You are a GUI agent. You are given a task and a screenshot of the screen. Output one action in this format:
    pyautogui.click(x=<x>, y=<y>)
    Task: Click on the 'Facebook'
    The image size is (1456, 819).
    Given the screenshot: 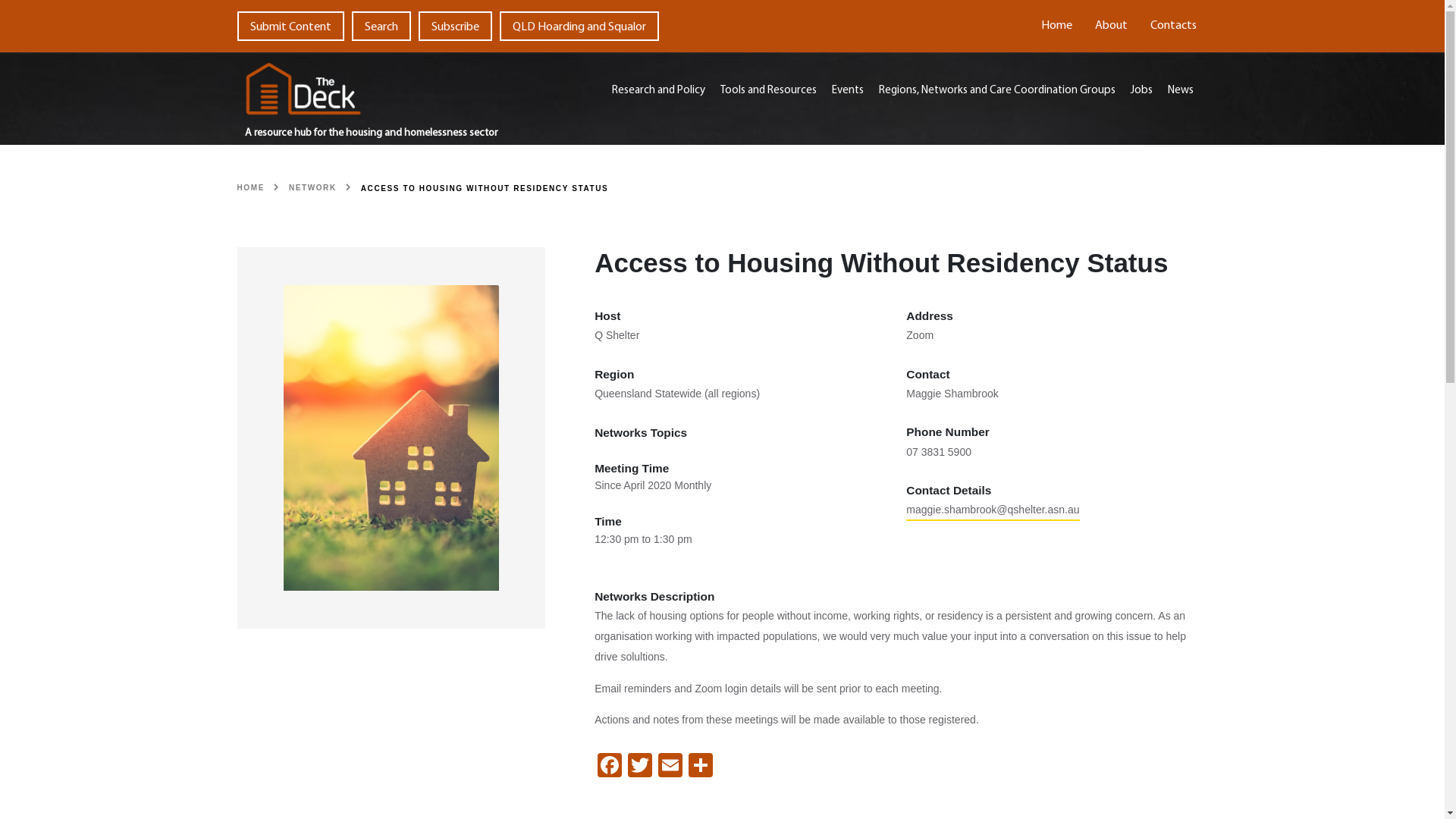 What is the action you would take?
    pyautogui.click(x=609, y=767)
    